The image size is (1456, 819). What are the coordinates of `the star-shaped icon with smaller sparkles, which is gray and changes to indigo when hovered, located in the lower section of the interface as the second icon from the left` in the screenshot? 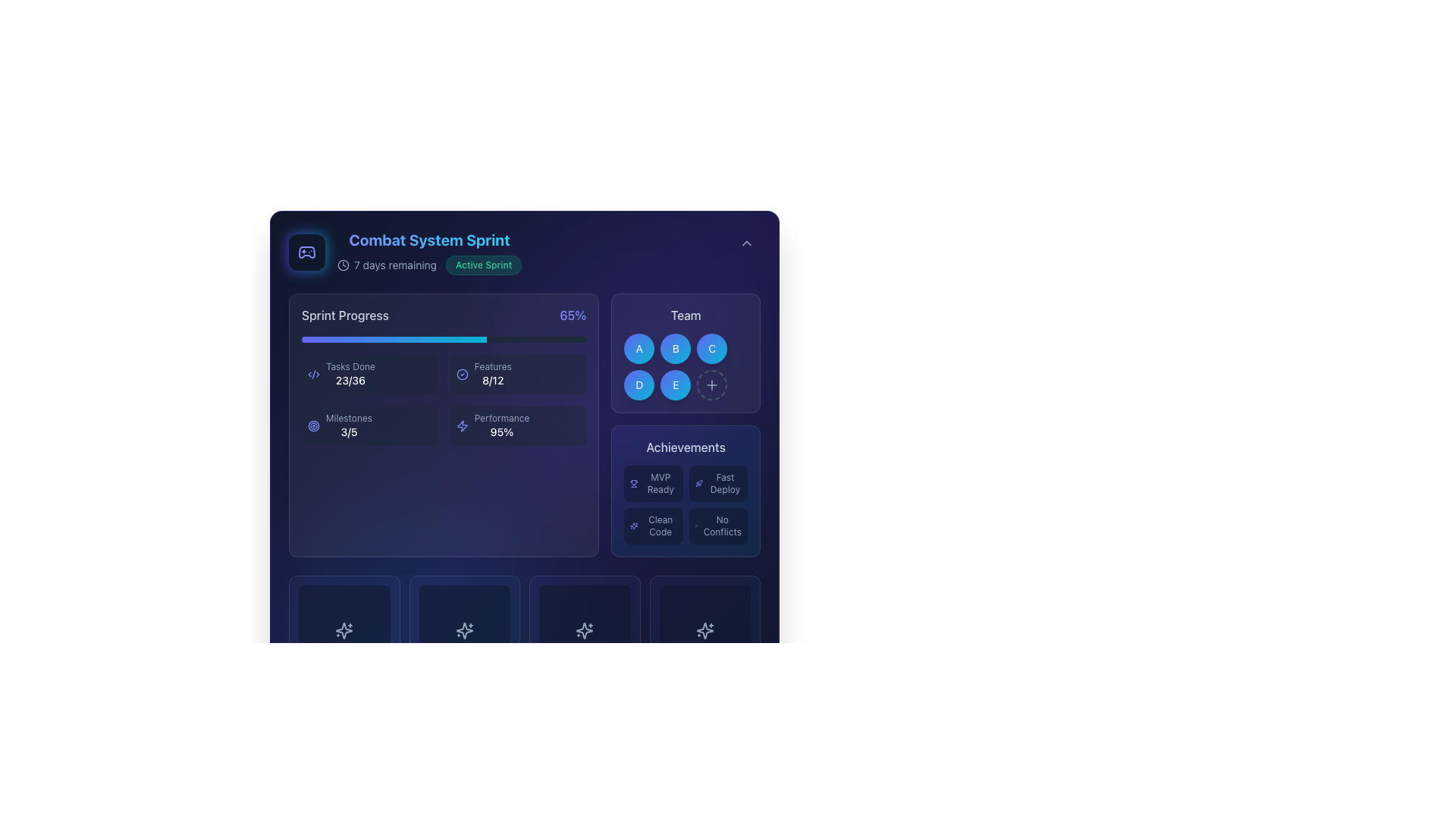 It's located at (463, 631).